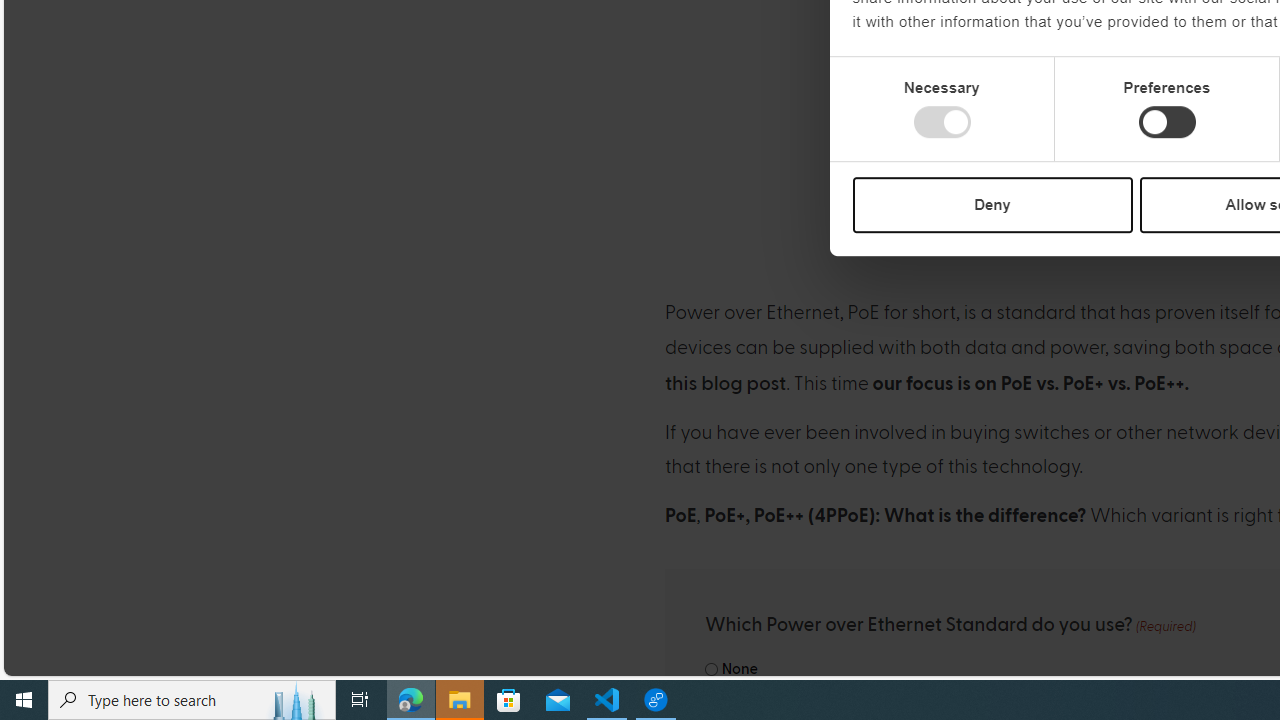  What do you see at coordinates (711, 669) in the screenshot?
I see `'None'` at bounding box center [711, 669].